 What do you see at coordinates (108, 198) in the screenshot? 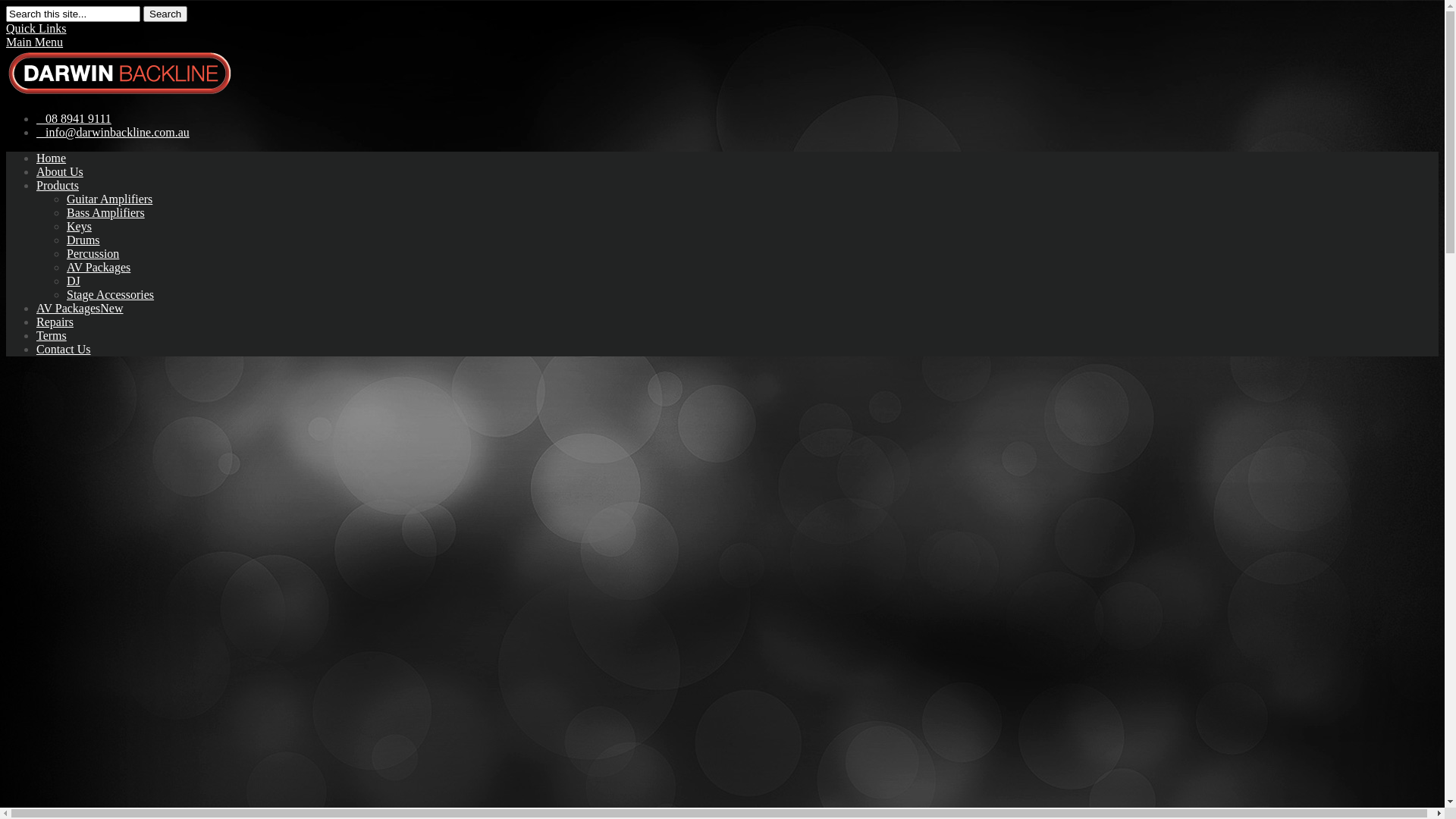
I see `'Guitar Amplifiers'` at bounding box center [108, 198].